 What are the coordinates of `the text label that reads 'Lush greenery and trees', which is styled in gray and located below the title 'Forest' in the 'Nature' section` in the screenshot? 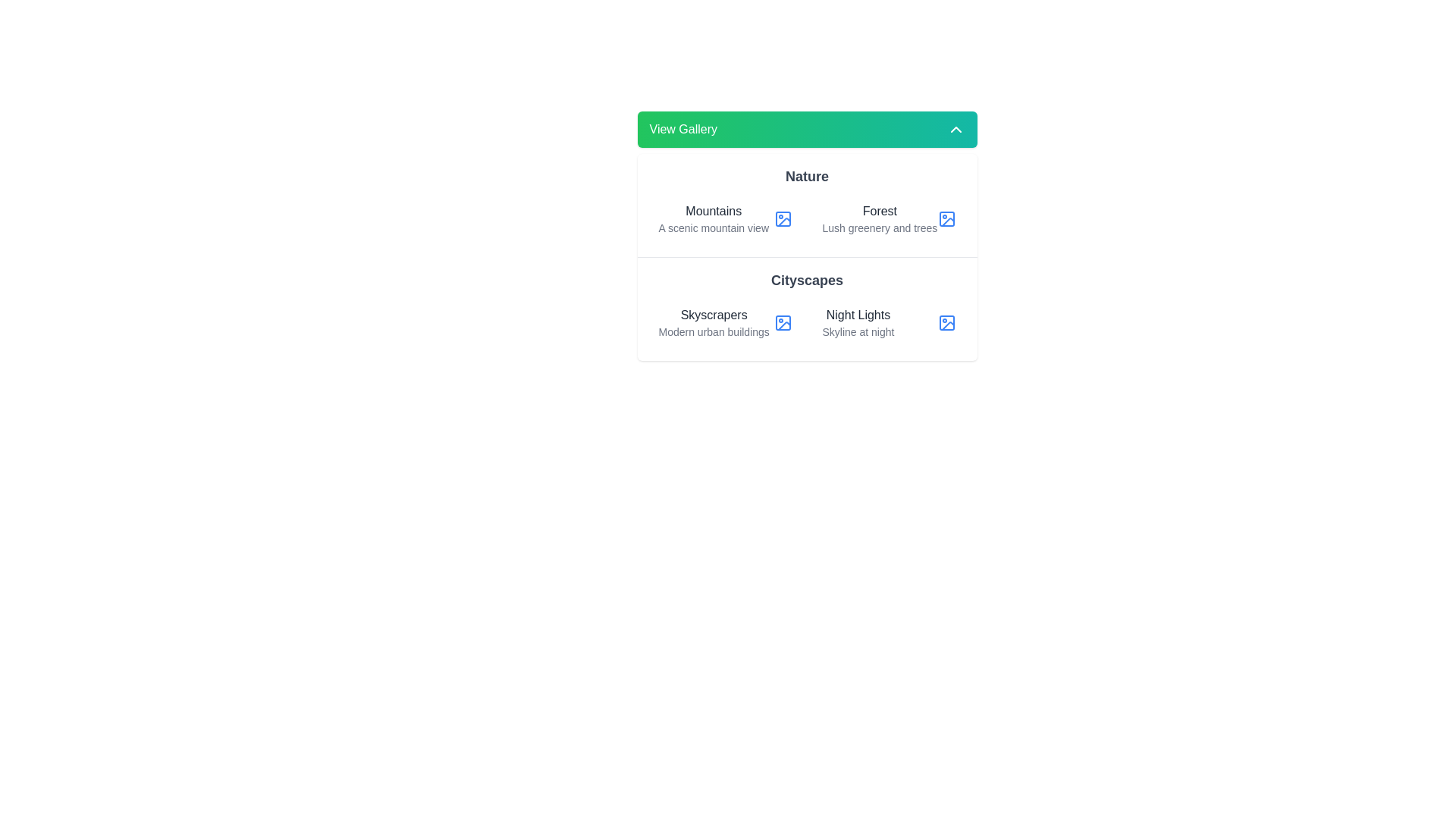 It's located at (880, 227).